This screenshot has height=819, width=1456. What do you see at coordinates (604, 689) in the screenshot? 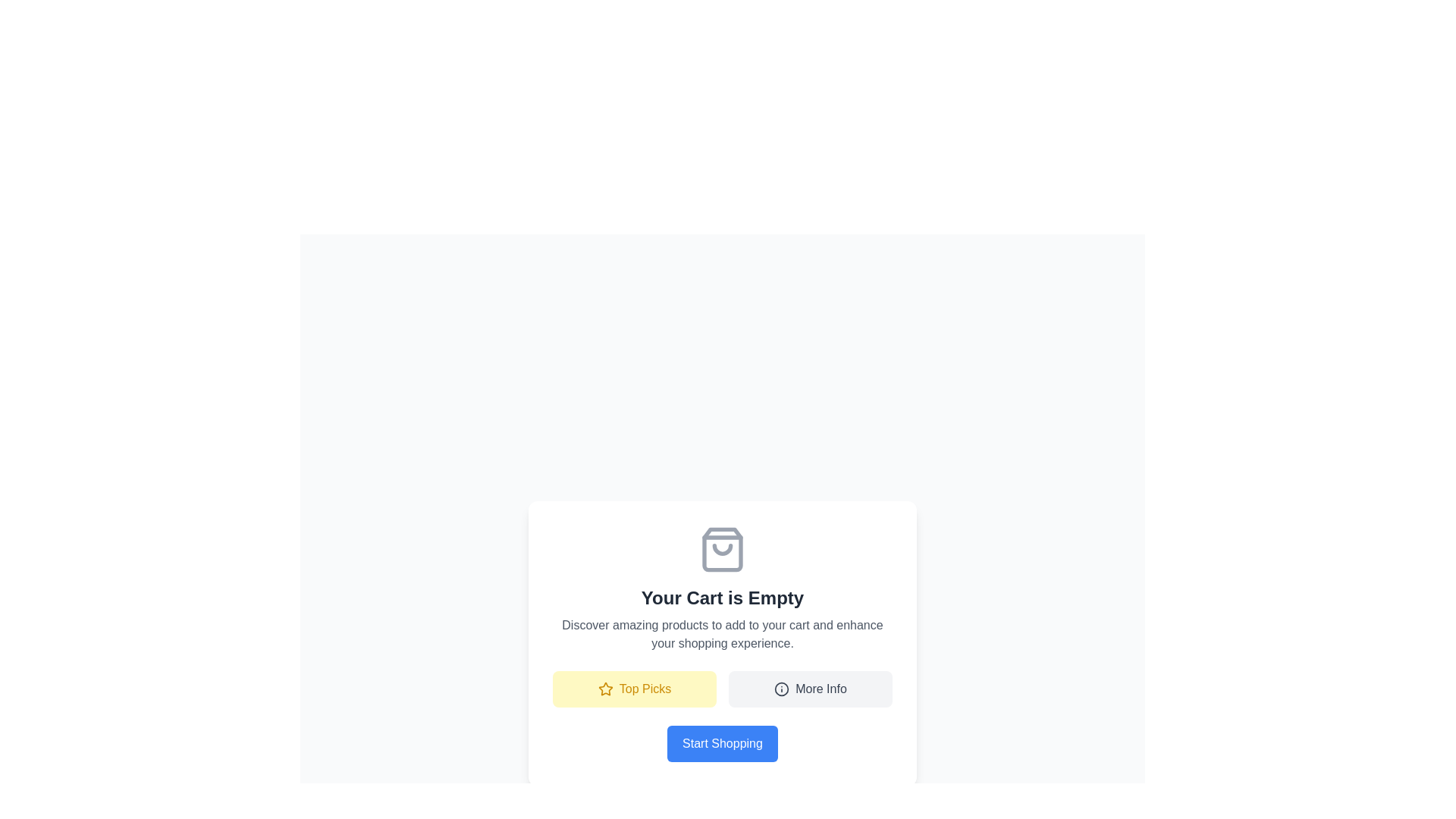
I see `the decorative icon that enhances the 'Top Picks' button, which is located to the left of the 'Top Picks' text label` at bounding box center [604, 689].